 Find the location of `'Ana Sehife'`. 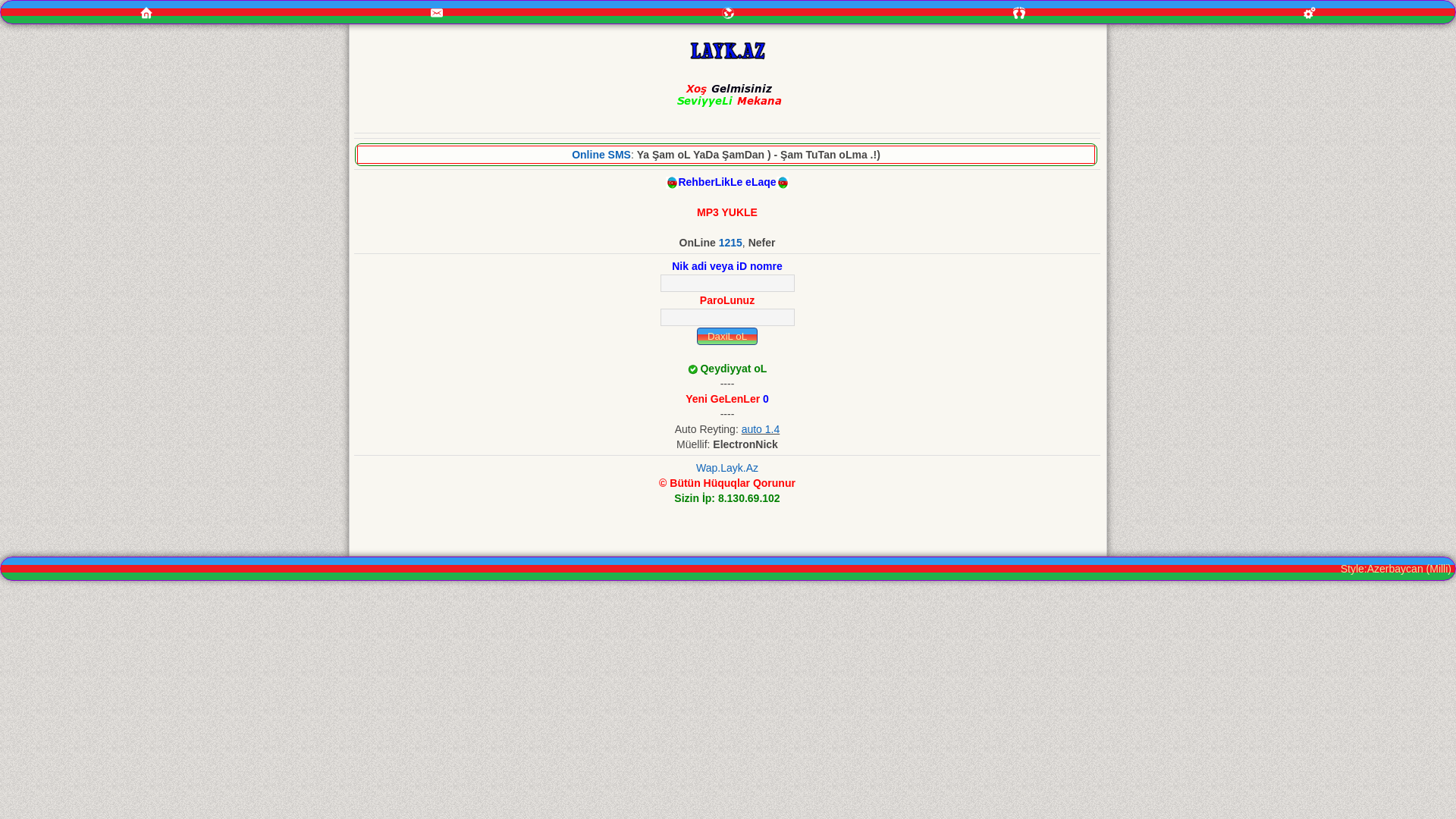

'Ana Sehife' is located at coordinates (146, 12).